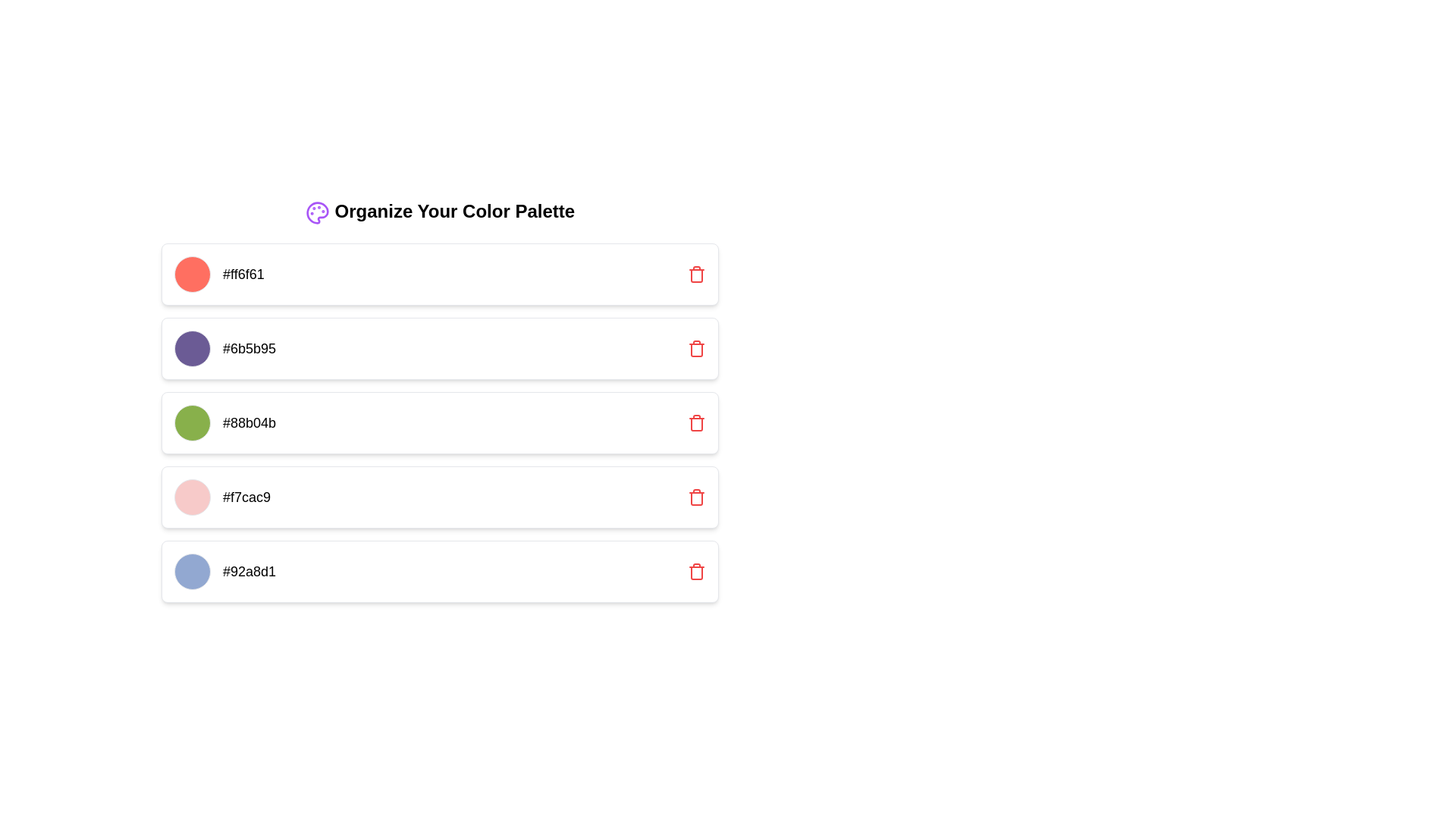 The height and width of the screenshot is (819, 1456). What do you see at coordinates (316, 212) in the screenshot?
I see `the purple-colored circular palette icon located above the text block titled 'Organize Your Color Palette'` at bounding box center [316, 212].